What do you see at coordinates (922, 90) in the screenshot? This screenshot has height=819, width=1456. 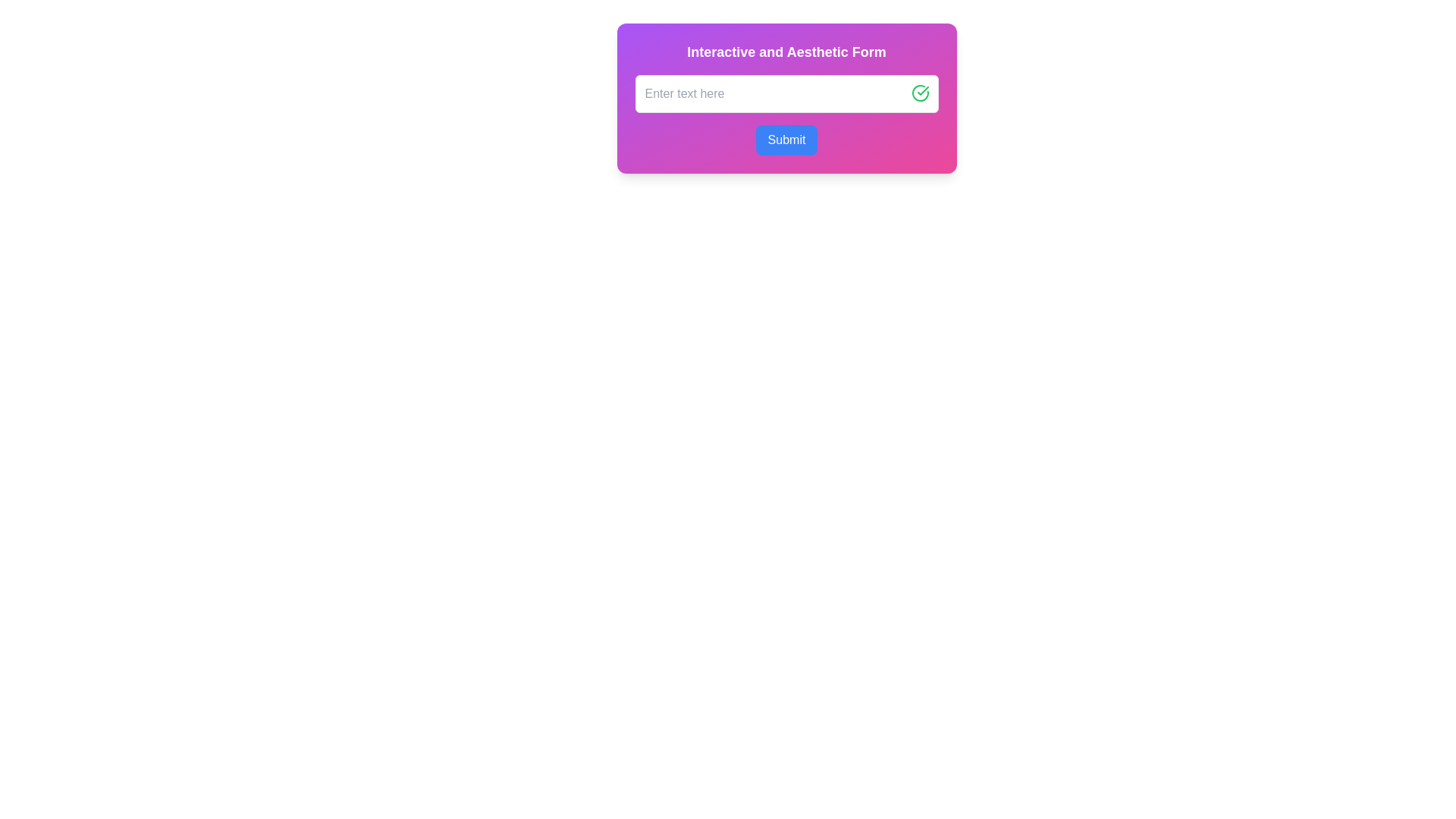 I see `the success icon located in the upper-right side of the text input box, which indicates a completed or verified state` at bounding box center [922, 90].